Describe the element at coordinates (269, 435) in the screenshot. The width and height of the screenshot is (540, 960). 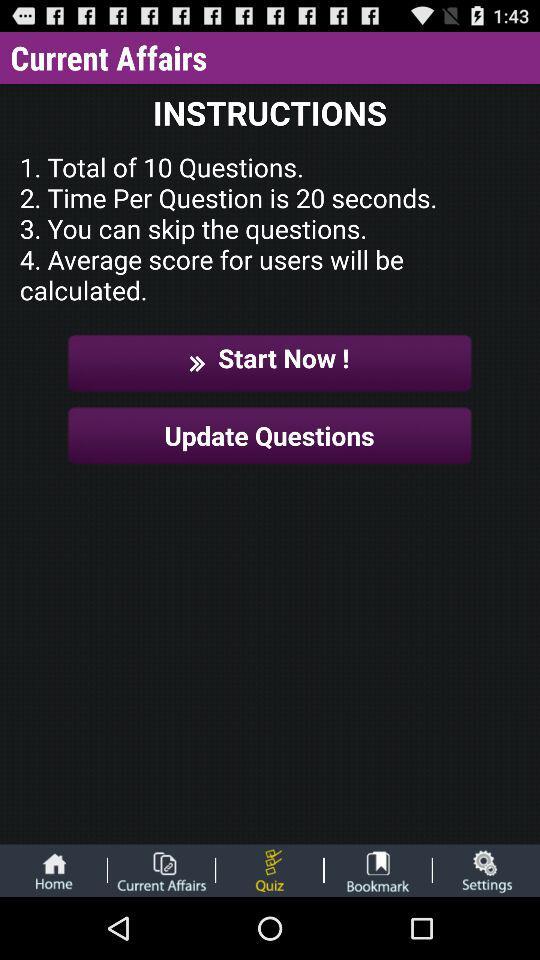
I see `update questions button` at that location.